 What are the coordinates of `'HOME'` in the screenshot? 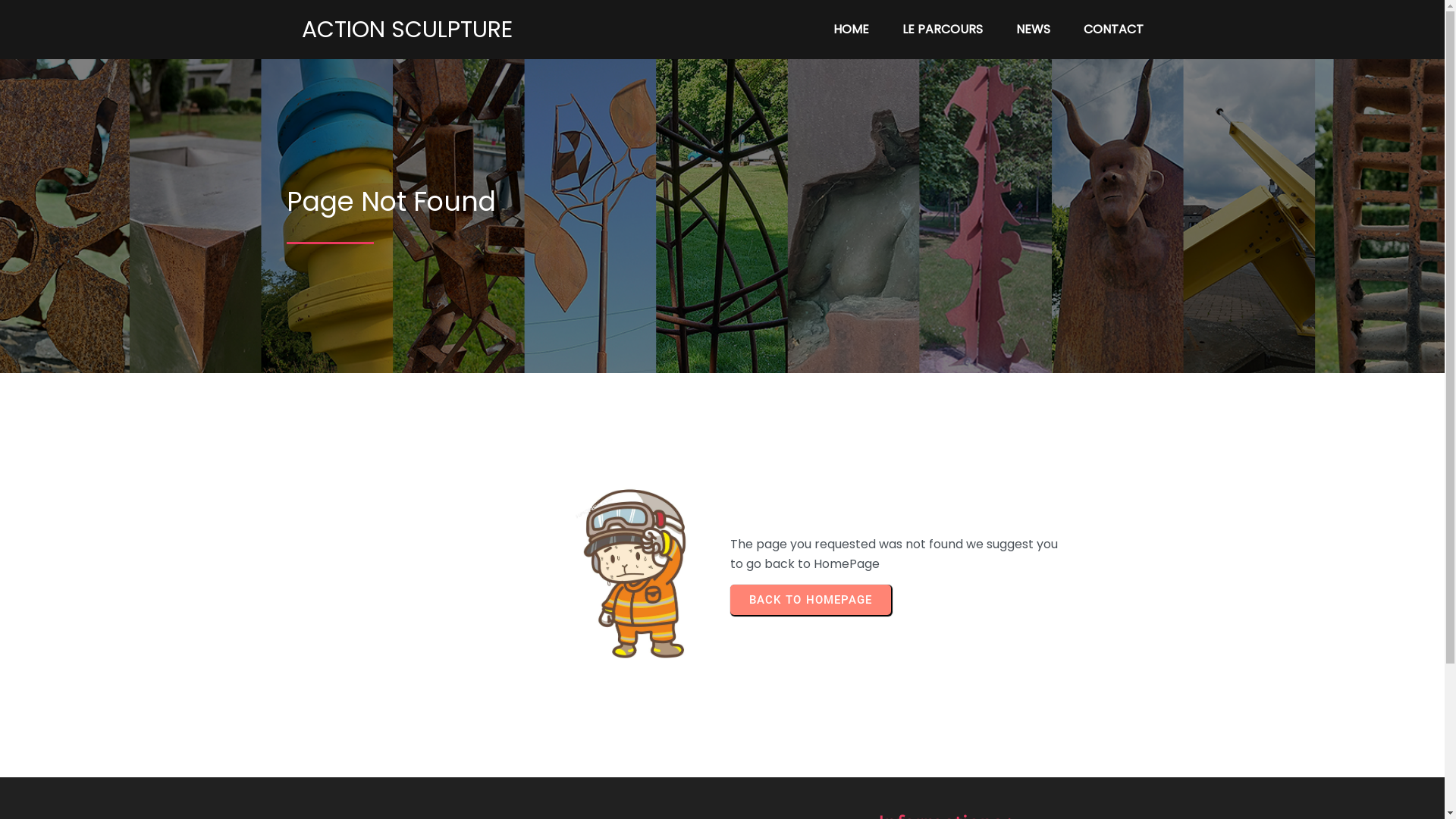 It's located at (817, 29).